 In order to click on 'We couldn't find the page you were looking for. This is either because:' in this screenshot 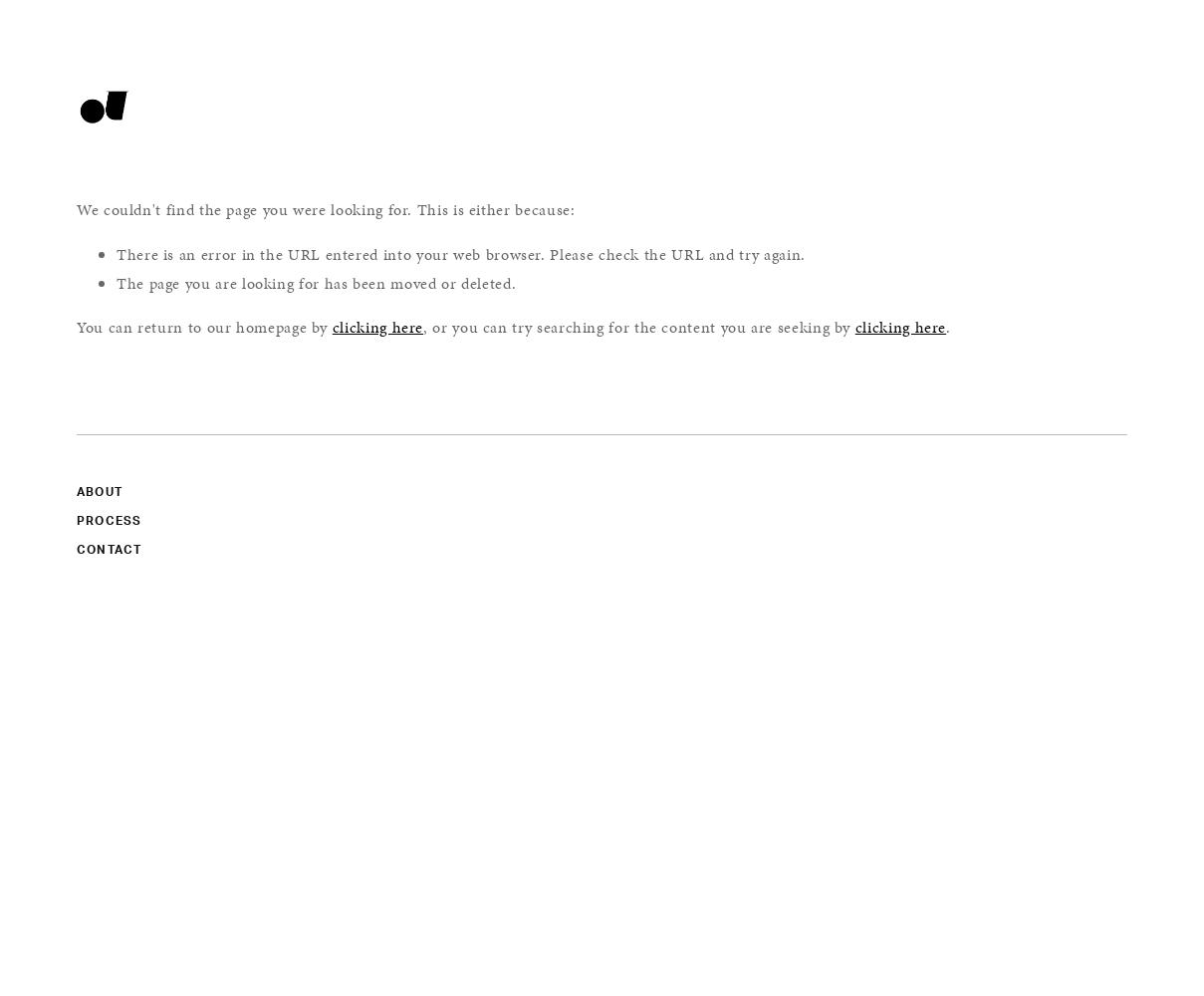, I will do `click(76, 208)`.